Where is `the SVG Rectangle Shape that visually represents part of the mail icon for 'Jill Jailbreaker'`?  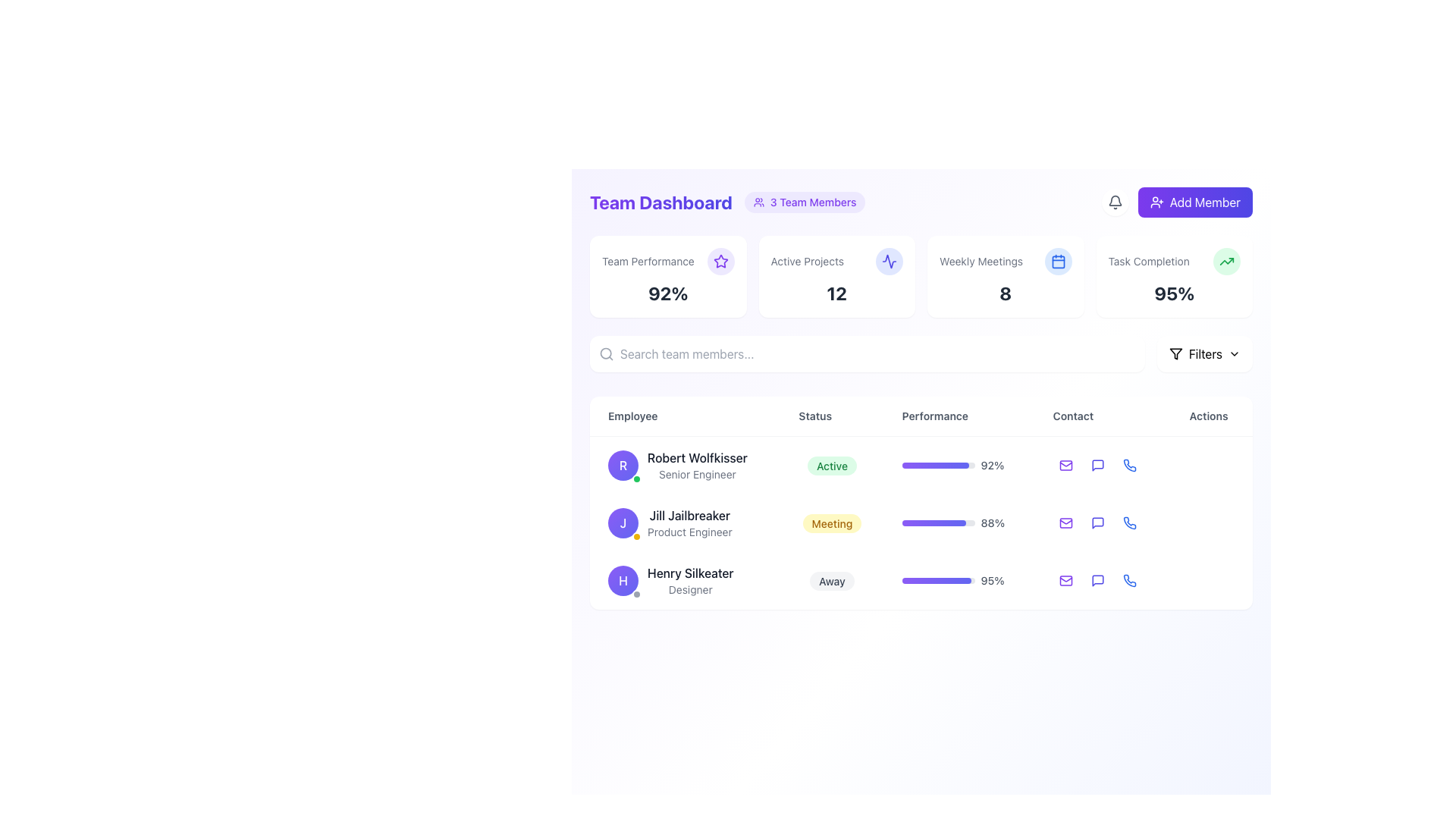 the SVG Rectangle Shape that visually represents part of the mail icon for 'Jill Jailbreaker' is located at coordinates (1065, 522).